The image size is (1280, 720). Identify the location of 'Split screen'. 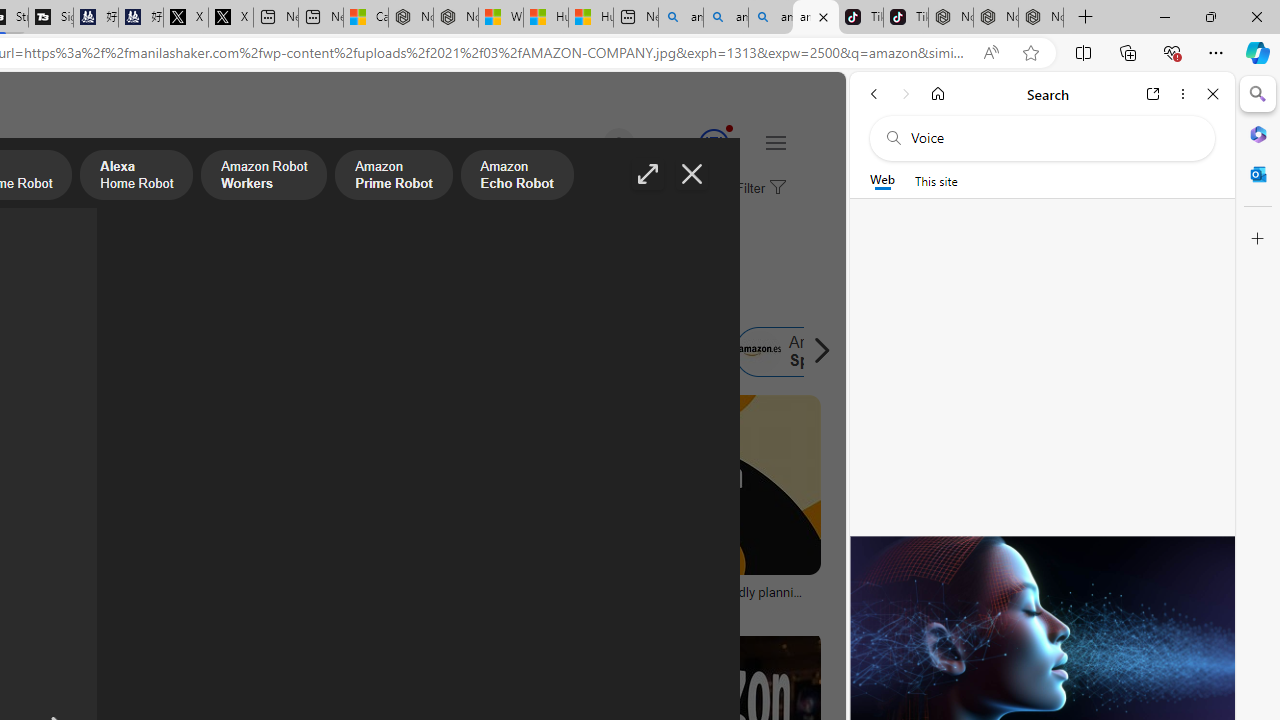
(1082, 51).